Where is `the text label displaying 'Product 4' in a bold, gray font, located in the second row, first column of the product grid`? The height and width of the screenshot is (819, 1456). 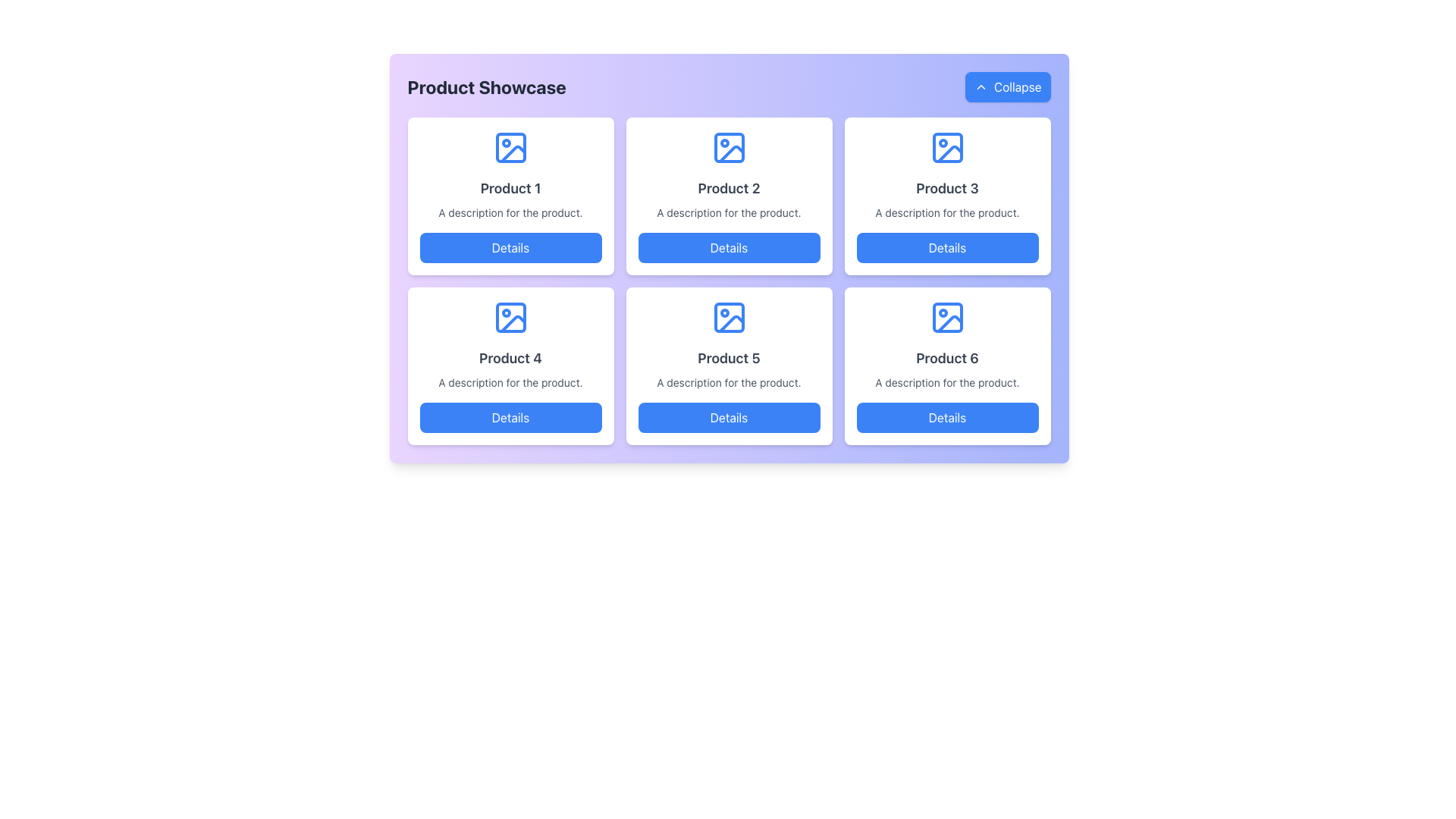
the text label displaying 'Product 4' in a bold, gray font, located in the second row, first column of the product grid is located at coordinates (510, 359).